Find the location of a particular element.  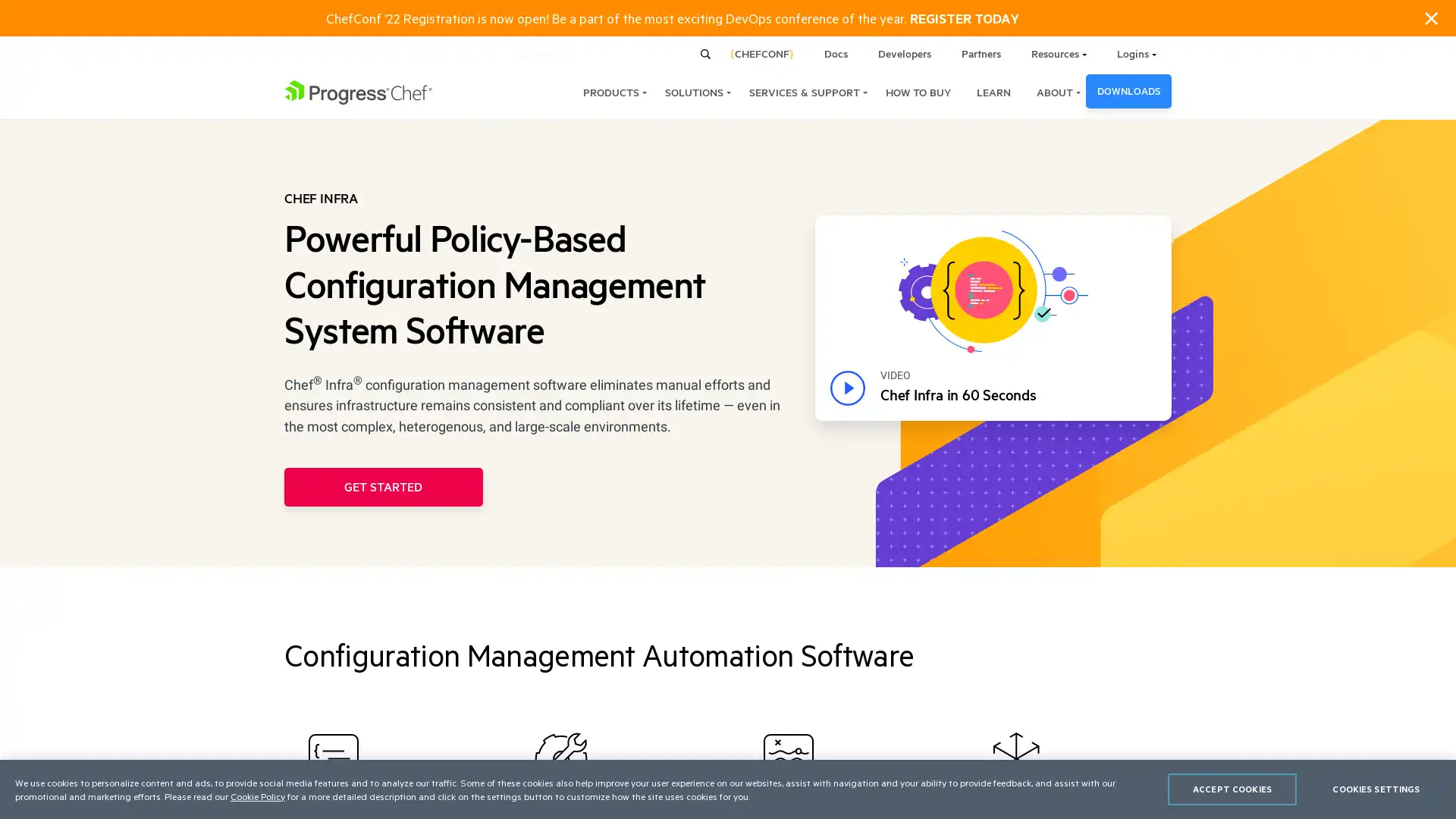

Logins is located at coordinates (1136, 54).